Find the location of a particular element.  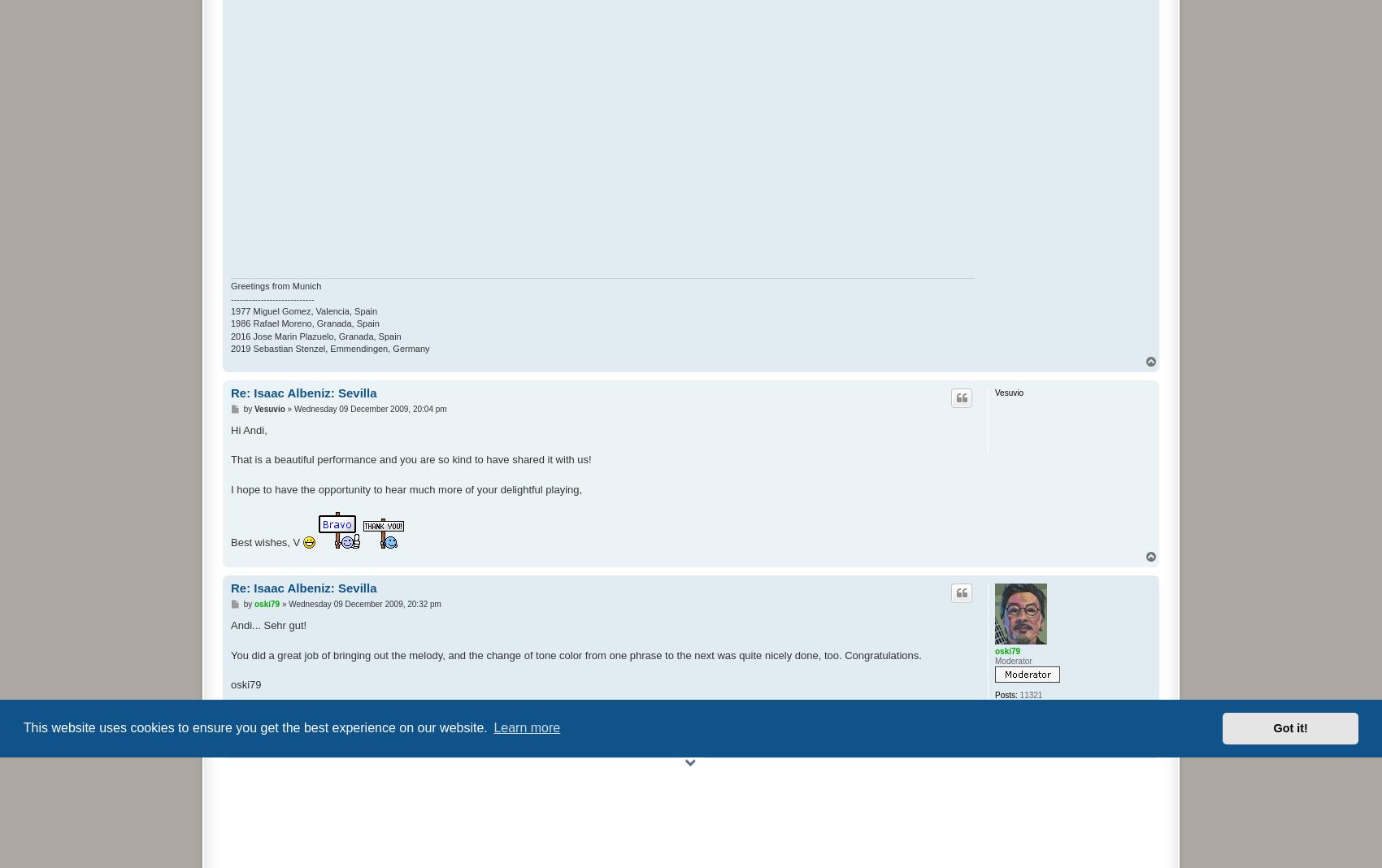

'Wednesday 09 December 2009, 20:32 pm' is located at coordinates (364, 604).